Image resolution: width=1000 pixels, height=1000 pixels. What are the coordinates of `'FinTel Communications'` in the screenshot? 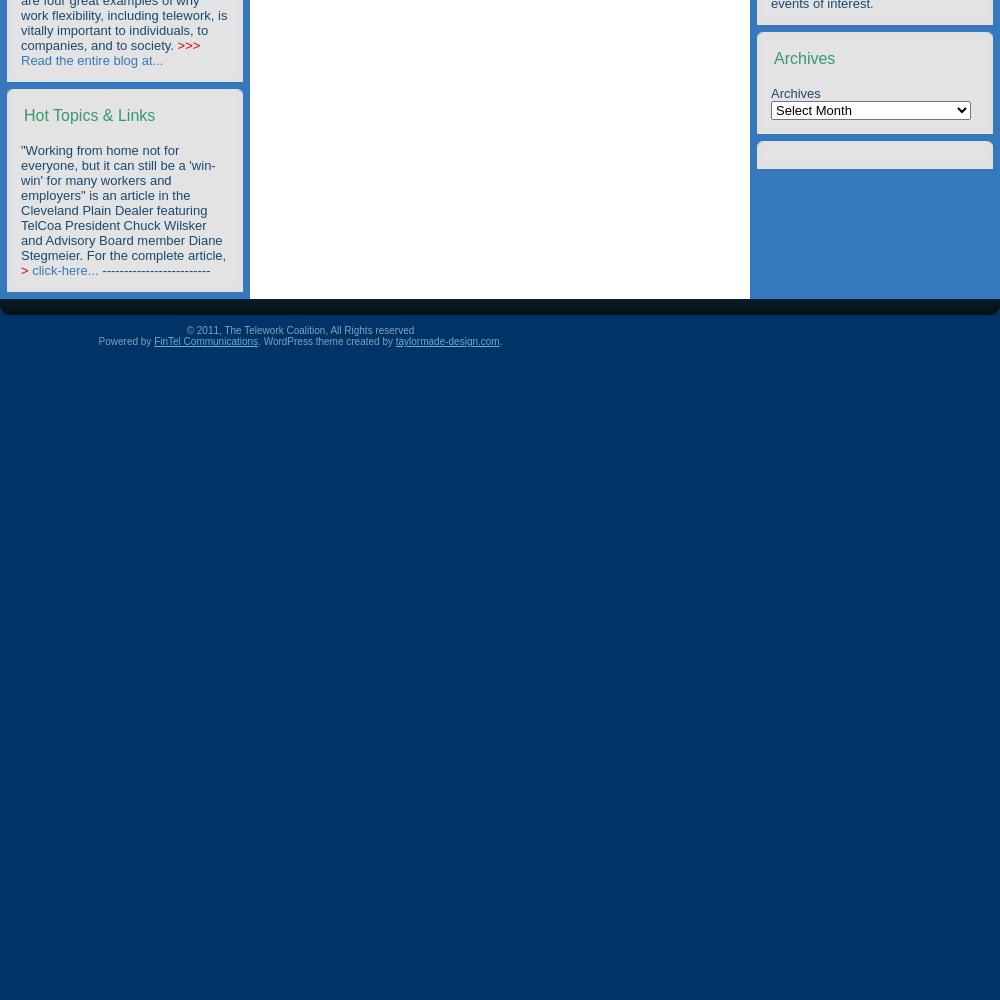 It's located at (205, 340).